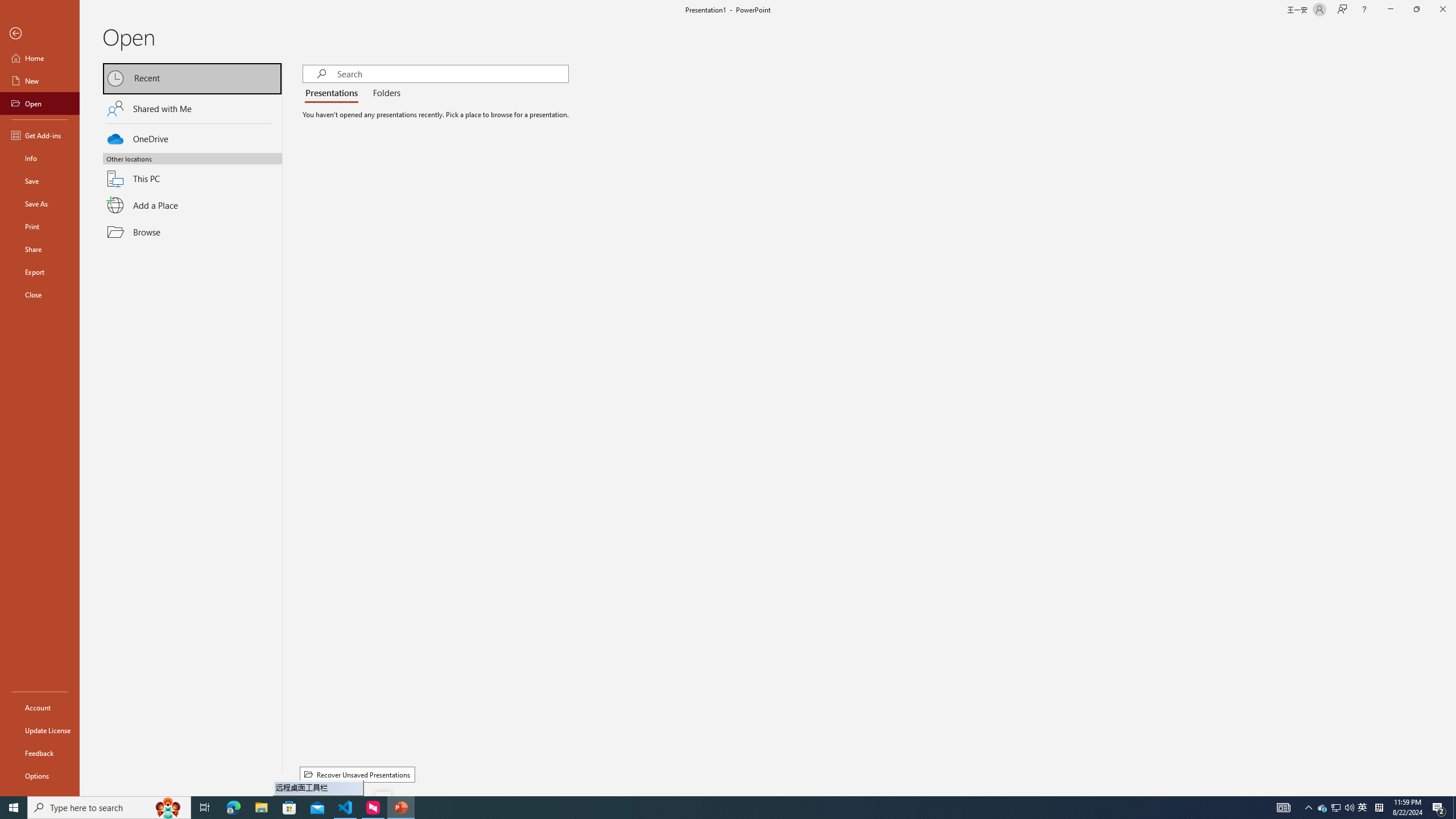 This screenshot has width=1456, height=819. I want to click on 'Save As', so click(39, 202).